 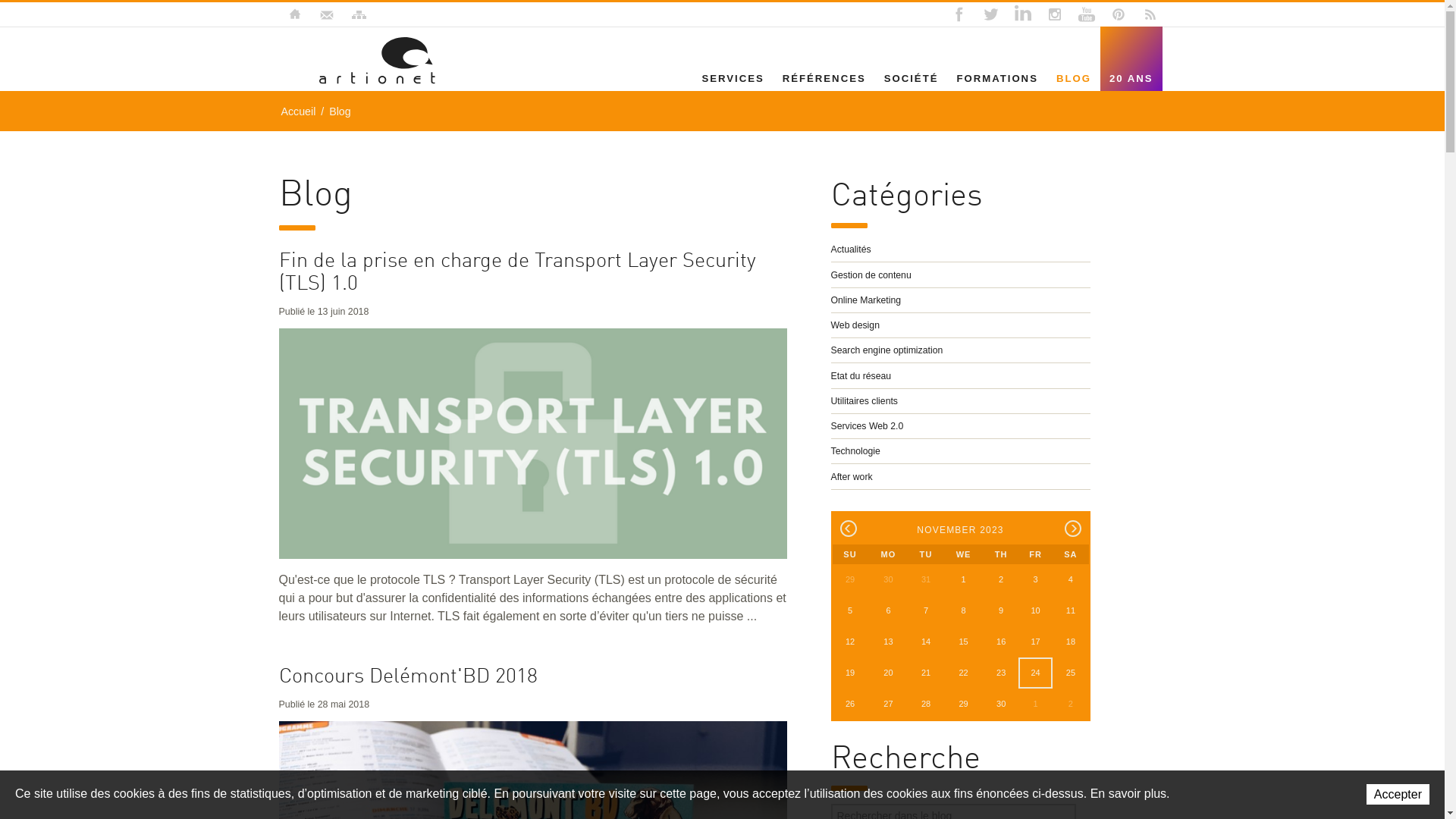 I want to click on 'Plan du site', so click(x=356, y=14).